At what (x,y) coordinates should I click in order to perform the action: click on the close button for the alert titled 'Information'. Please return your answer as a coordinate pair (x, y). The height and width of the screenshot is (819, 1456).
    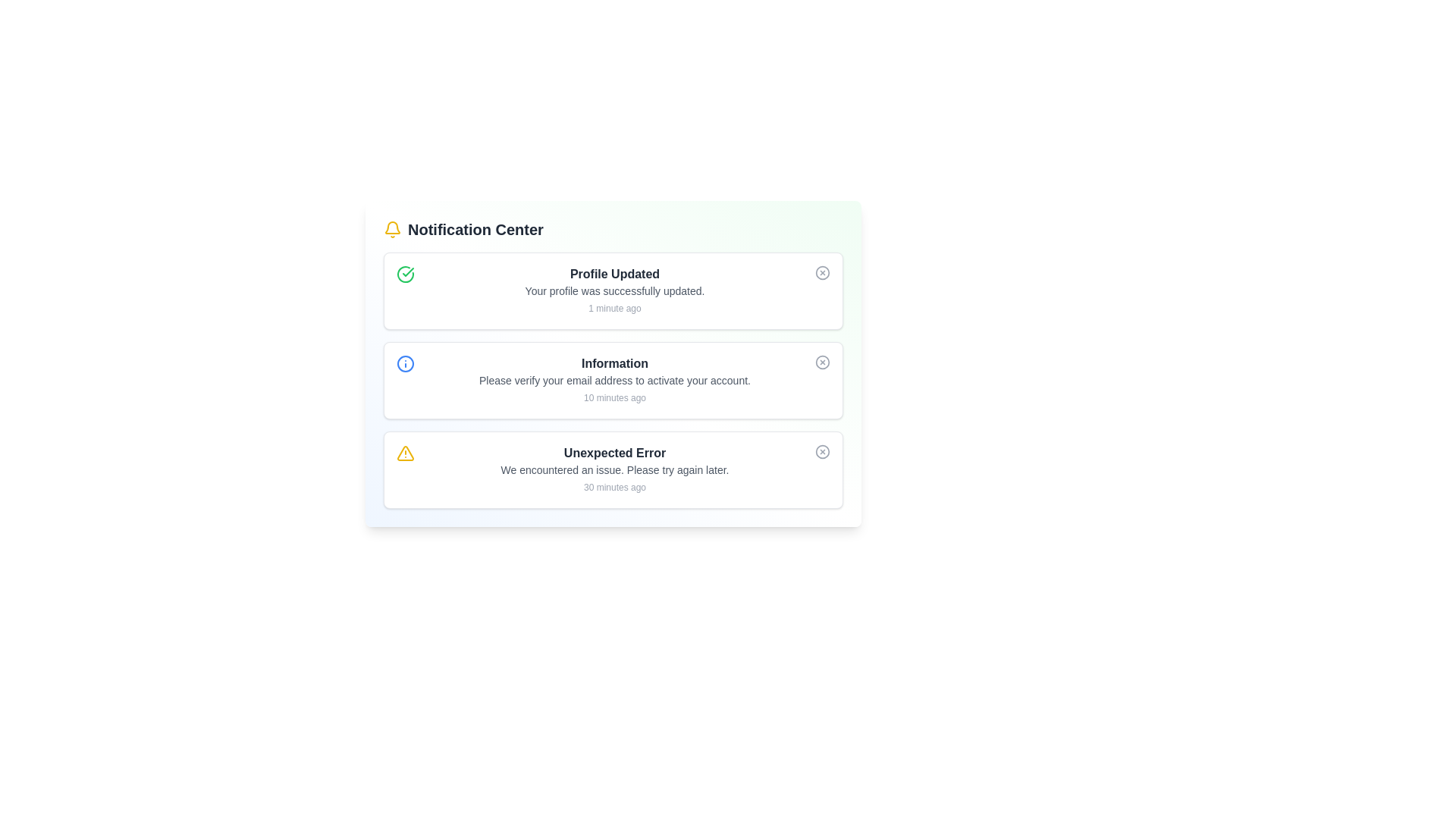
    Looking at the image, I should click on (821, 362).